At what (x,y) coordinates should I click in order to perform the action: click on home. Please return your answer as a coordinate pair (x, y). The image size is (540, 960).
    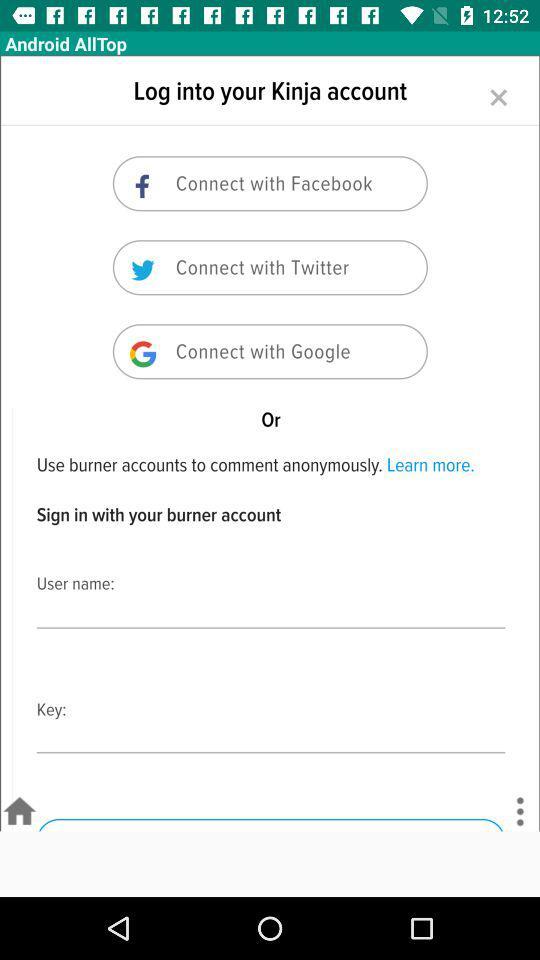
    Looking at the image, I should click on (18, 811).